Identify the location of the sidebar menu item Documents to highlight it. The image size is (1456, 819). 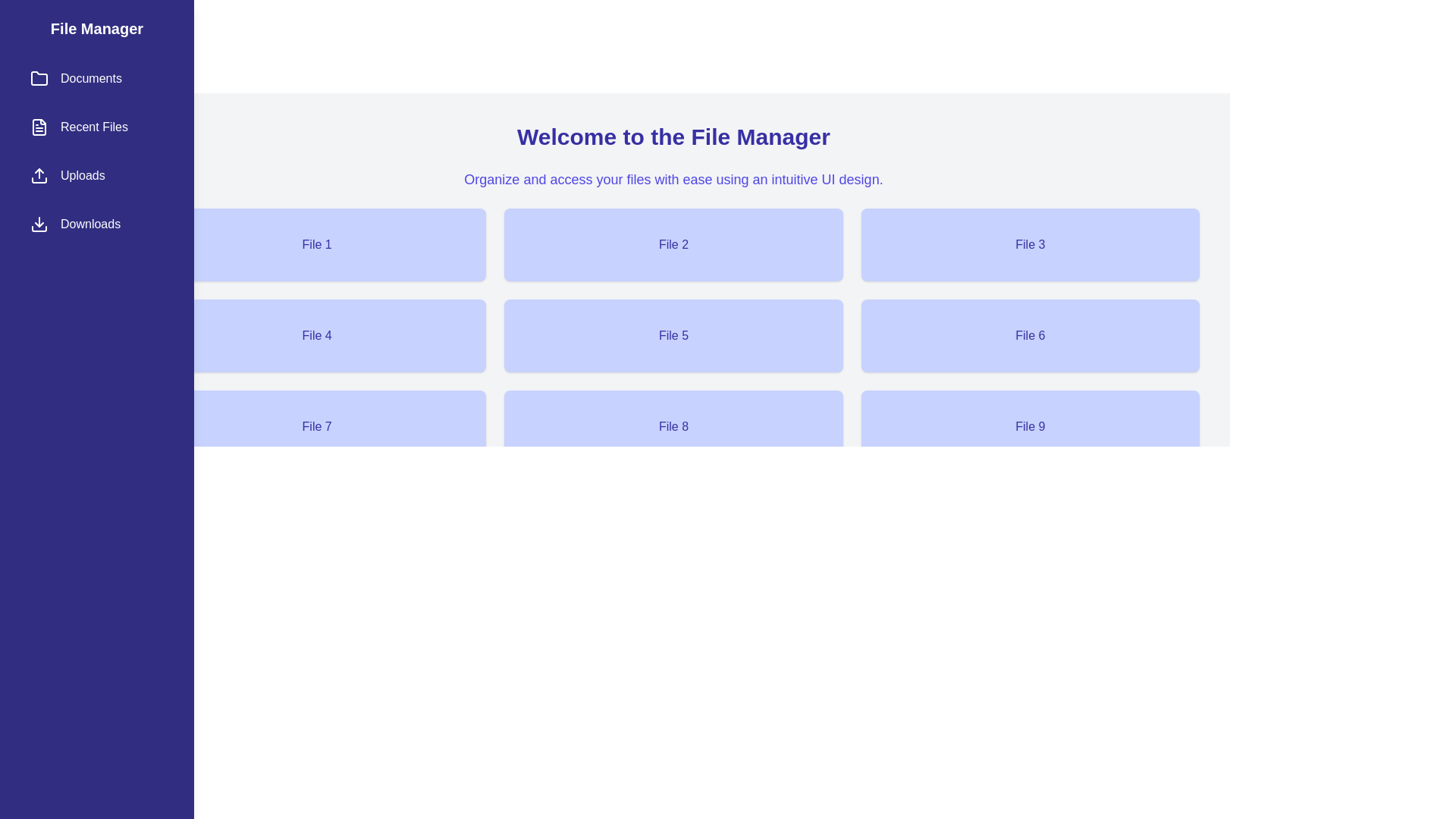
(96, 79).